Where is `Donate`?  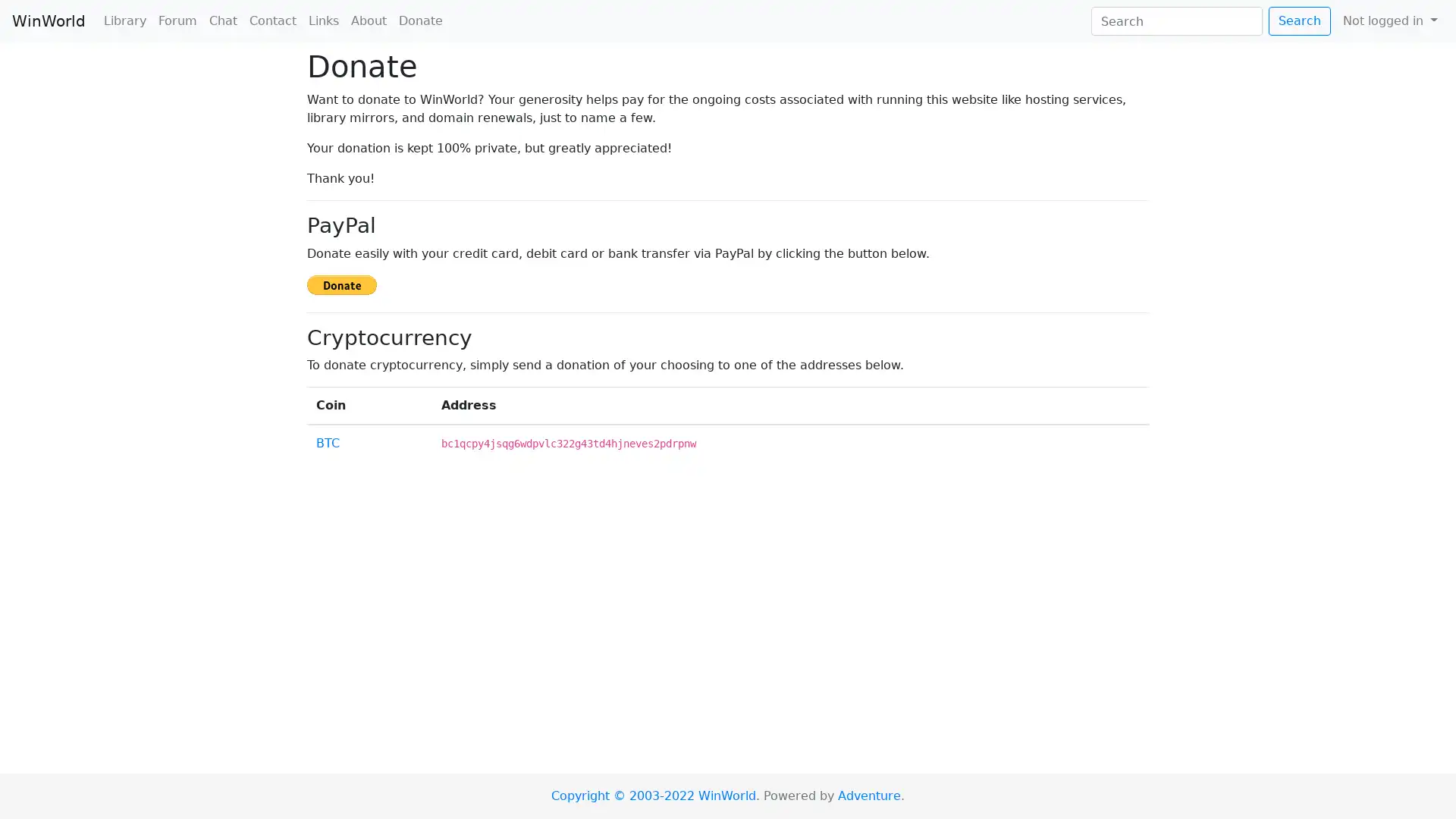
Donate is located at coordinates (341, 284).